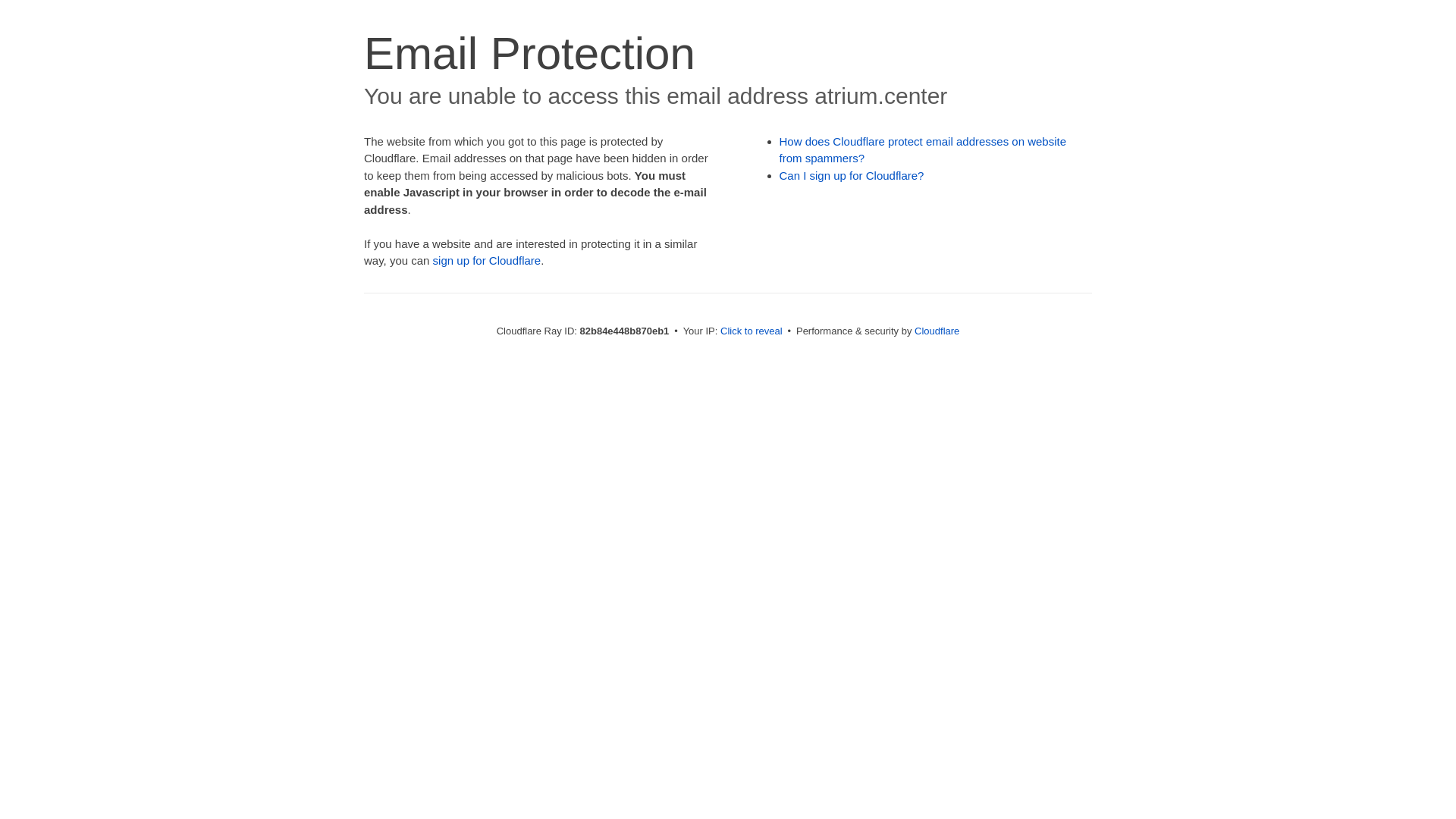 Image resolution: width=1456 pixels, height=819 pixels. What do you see at coordinates (720, 330) in the screenshot?
I see `'Click to reveal'` at bounding box center [720, 330].